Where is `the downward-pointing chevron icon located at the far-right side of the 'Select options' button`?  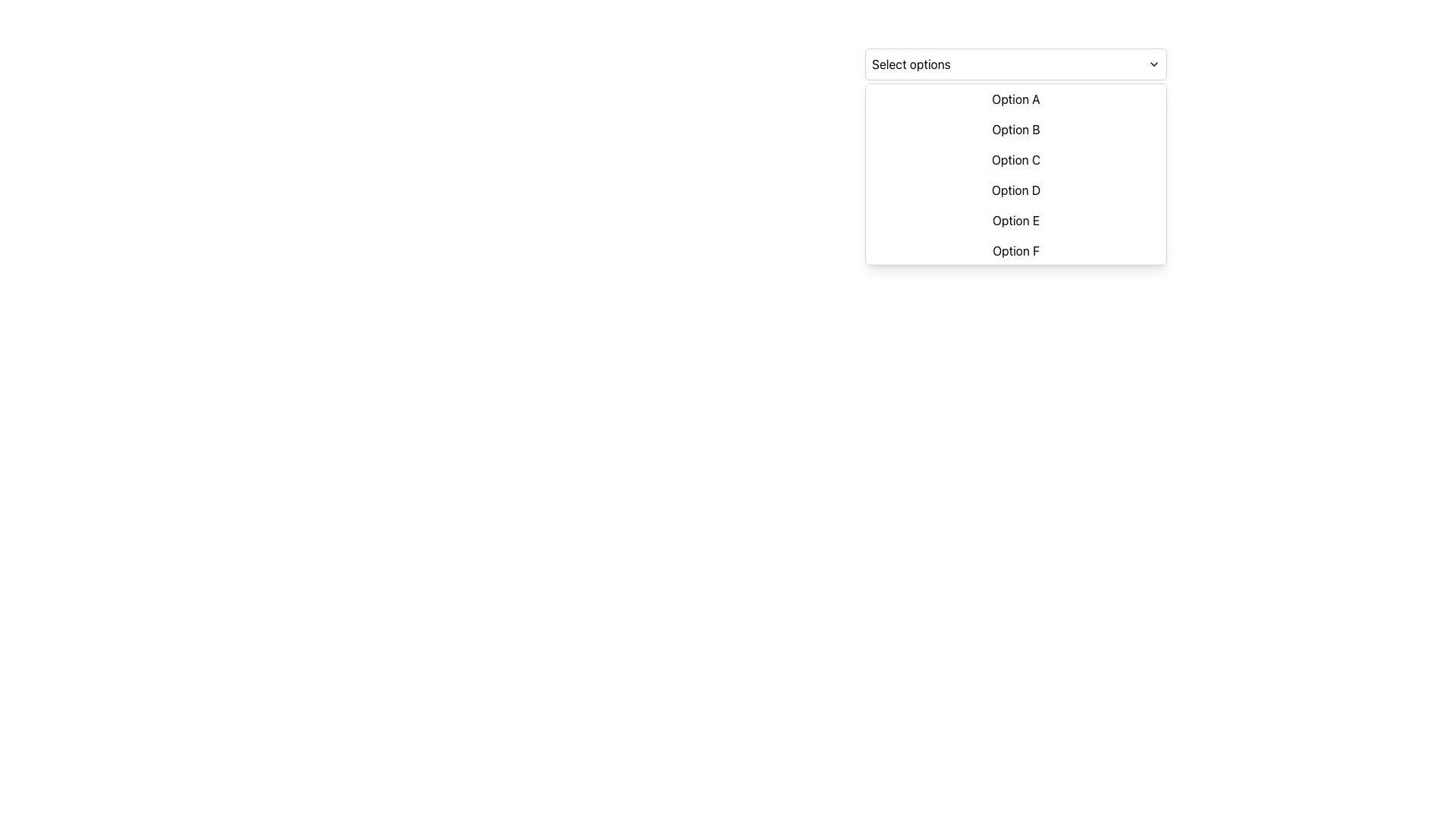 the downward-pointing chevron icon located at the far-right side of the 'Select options' button is located at coordinates (1153, 63).